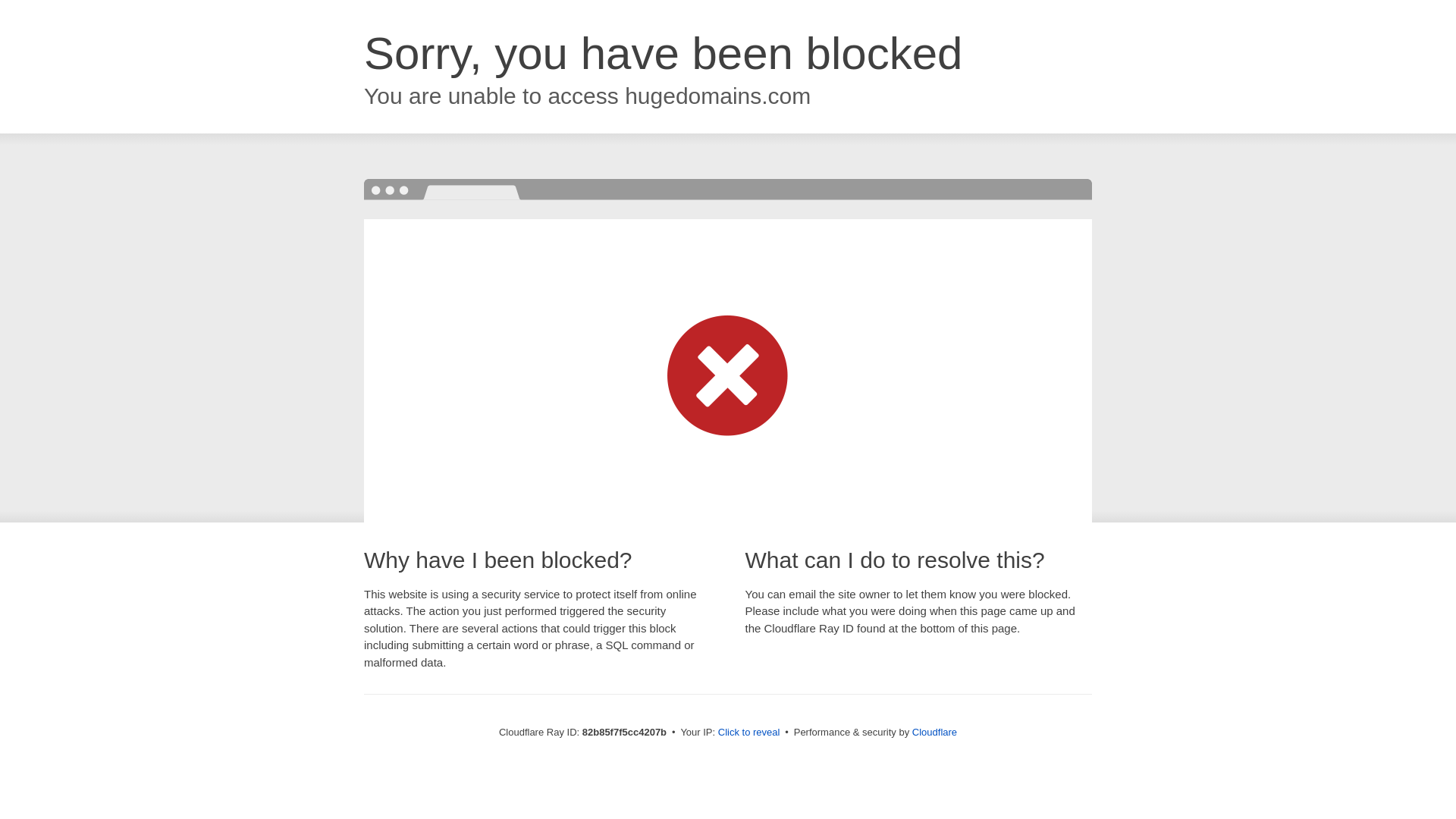  What do you see at coordinates (749, 731) in the screenshot?
I see `'Click to reveal'` at bounding box center [749, 731].